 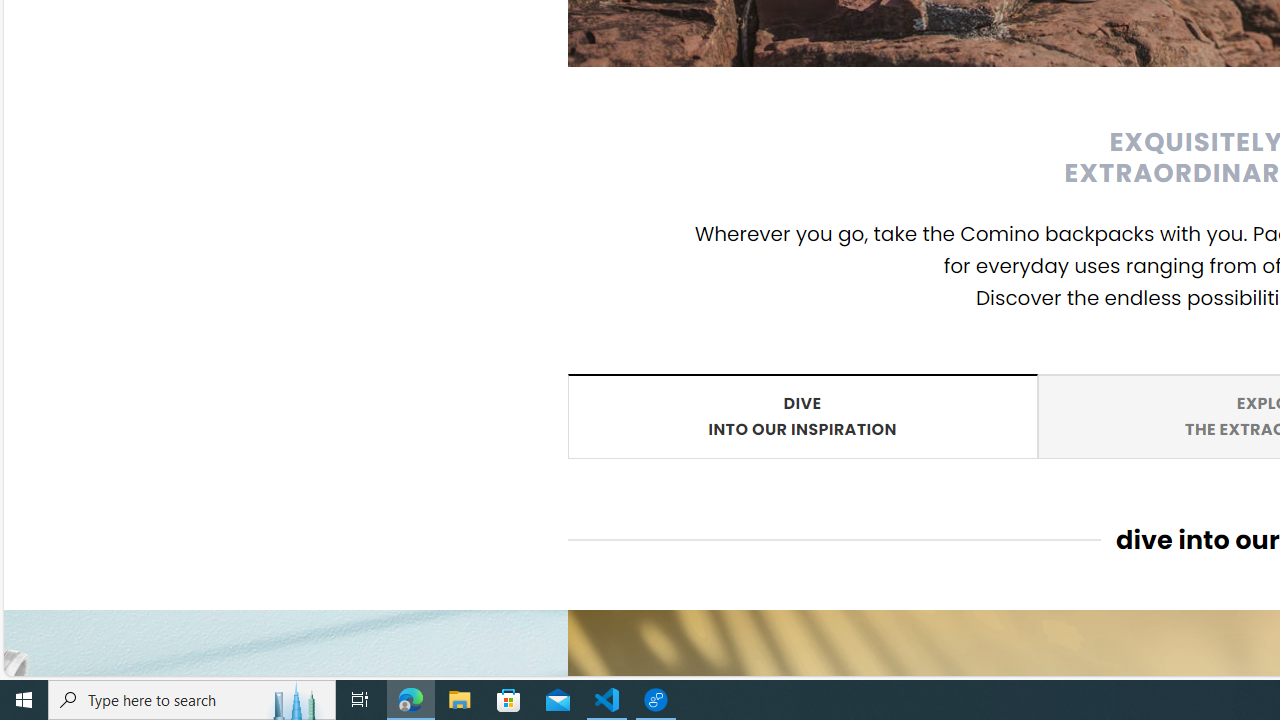 I want to click on 'DIVE INTO OUR INSPIRATION', so click(x=802, y=414).